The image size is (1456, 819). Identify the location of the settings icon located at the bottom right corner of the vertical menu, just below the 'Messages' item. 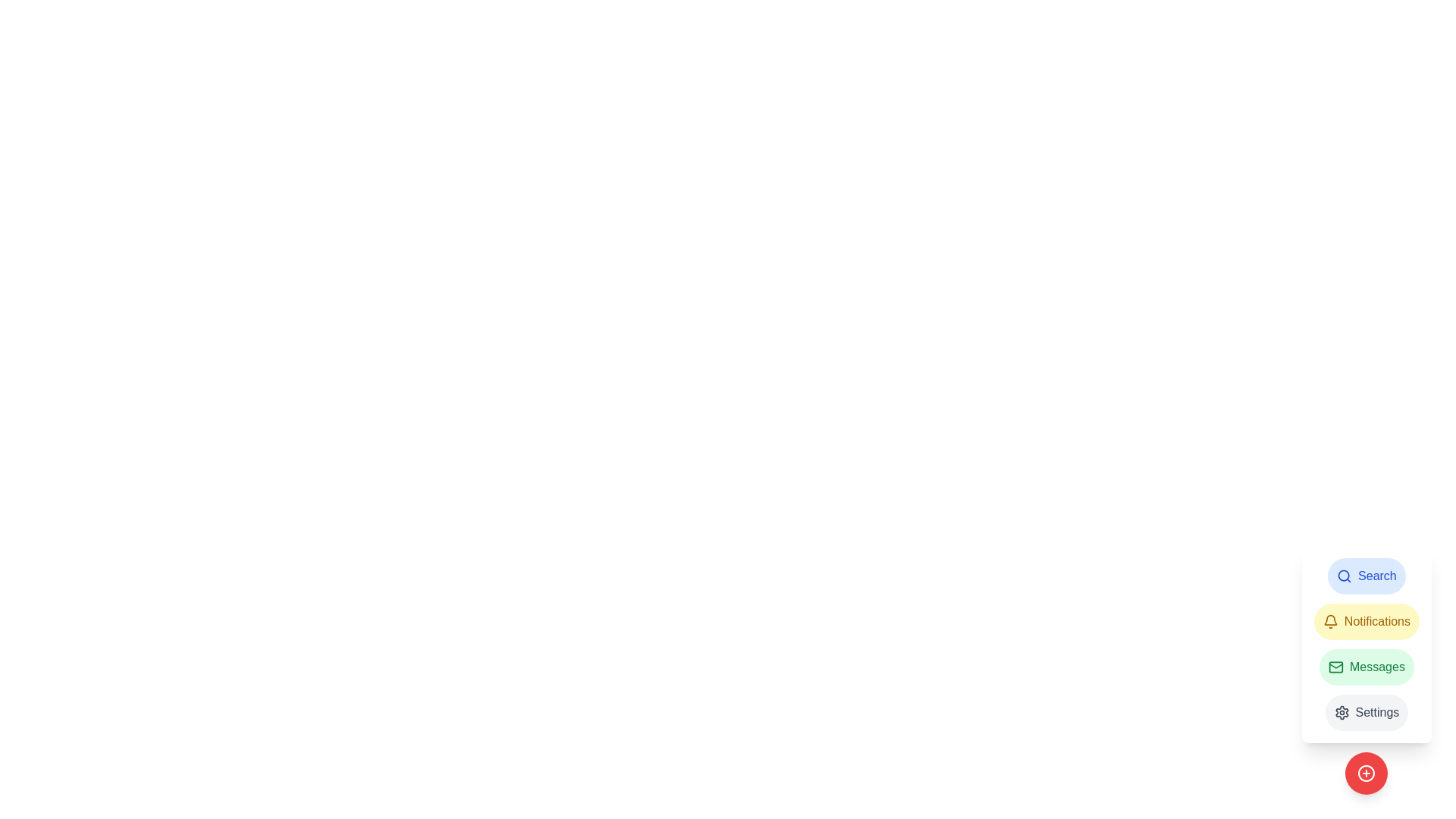
(1341, 713).